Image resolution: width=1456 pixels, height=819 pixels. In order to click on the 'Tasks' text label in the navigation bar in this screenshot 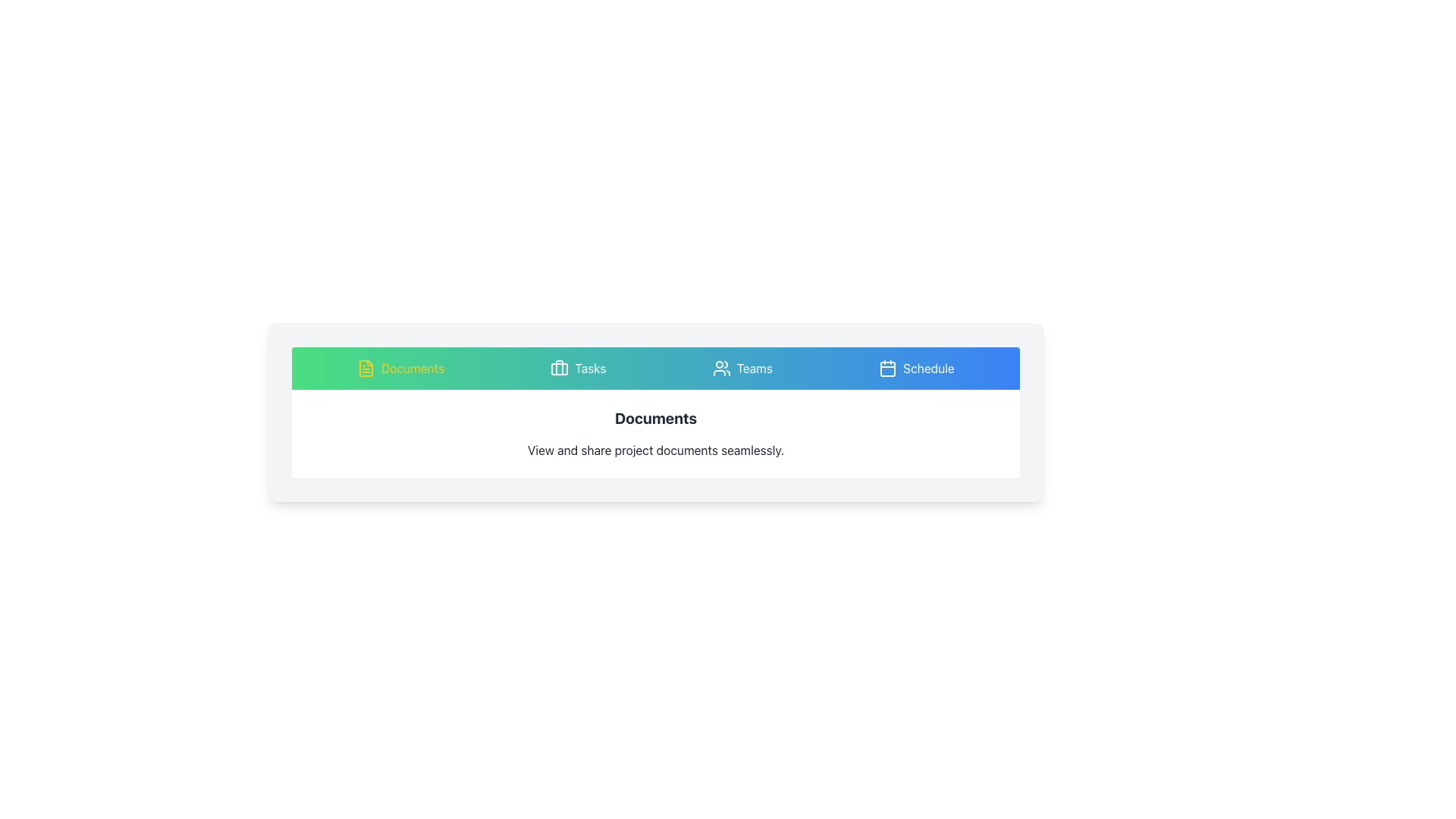, I will do `click(589, 369)`.